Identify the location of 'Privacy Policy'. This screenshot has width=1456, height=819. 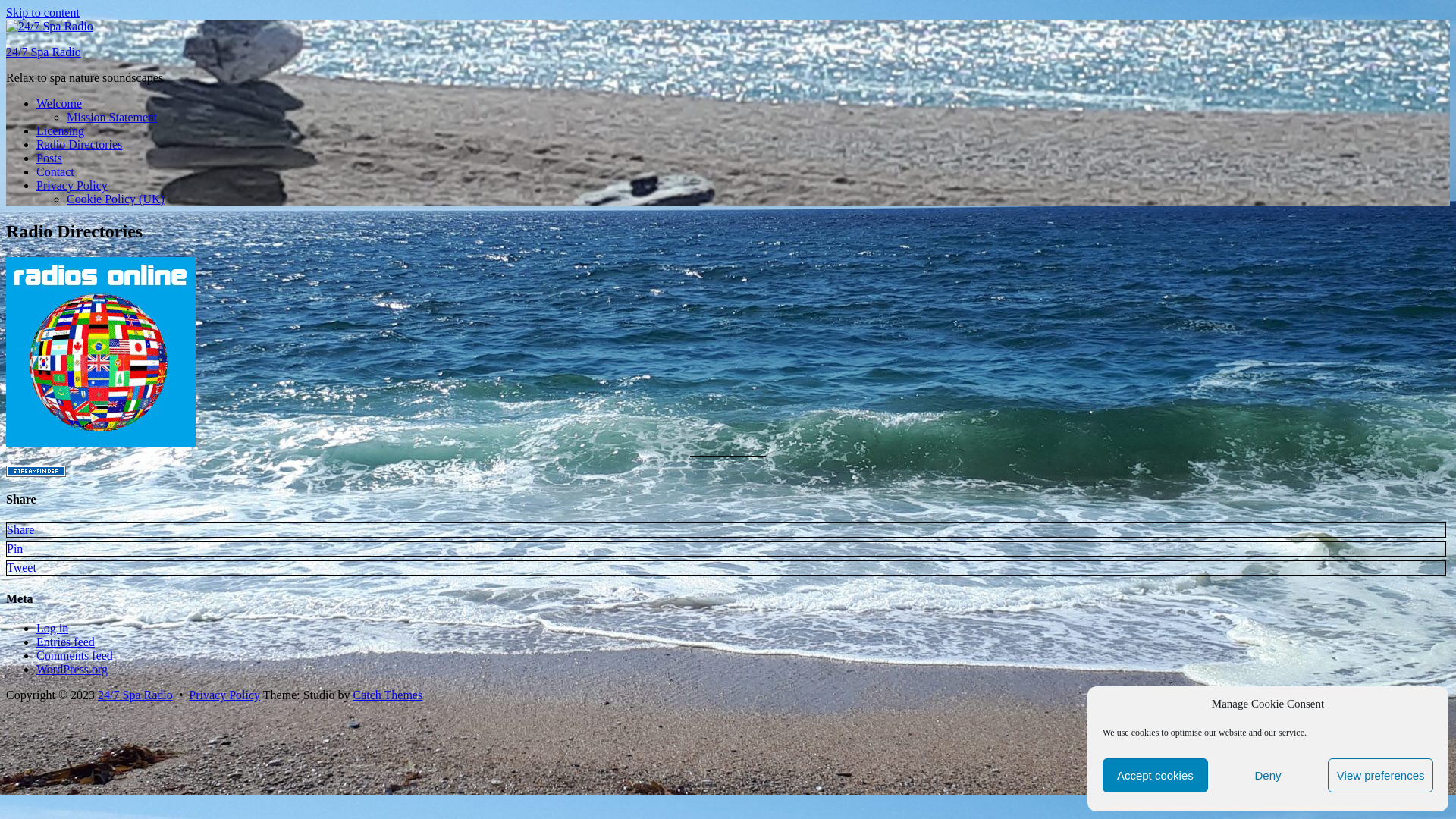
(224, 695).